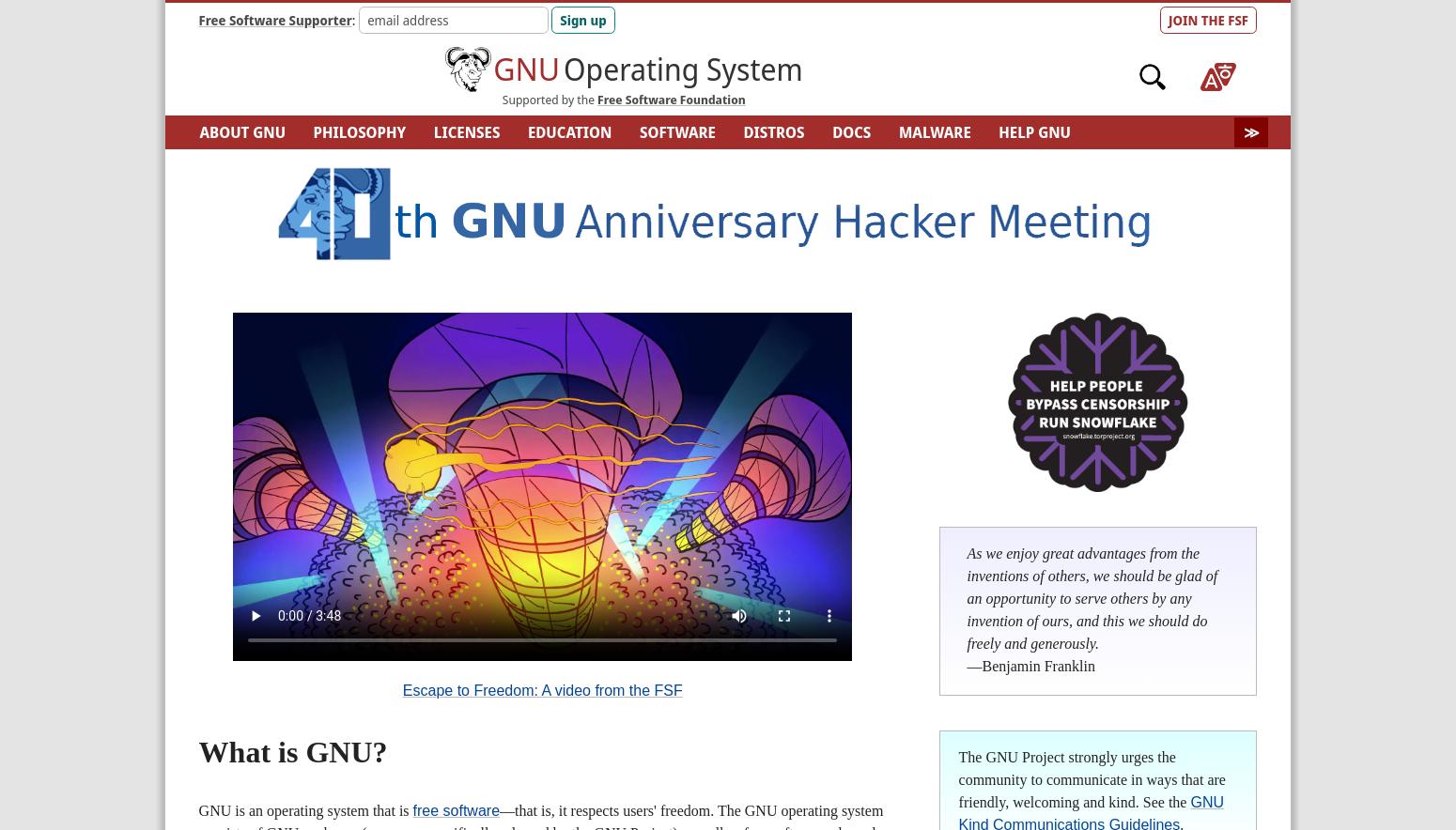 Image resolution: width=1456 pixels, height=830 pixels. Describe the element at coordinates (671, 99) in the screenshot. I see `'Free Software Foundation'` at that location.